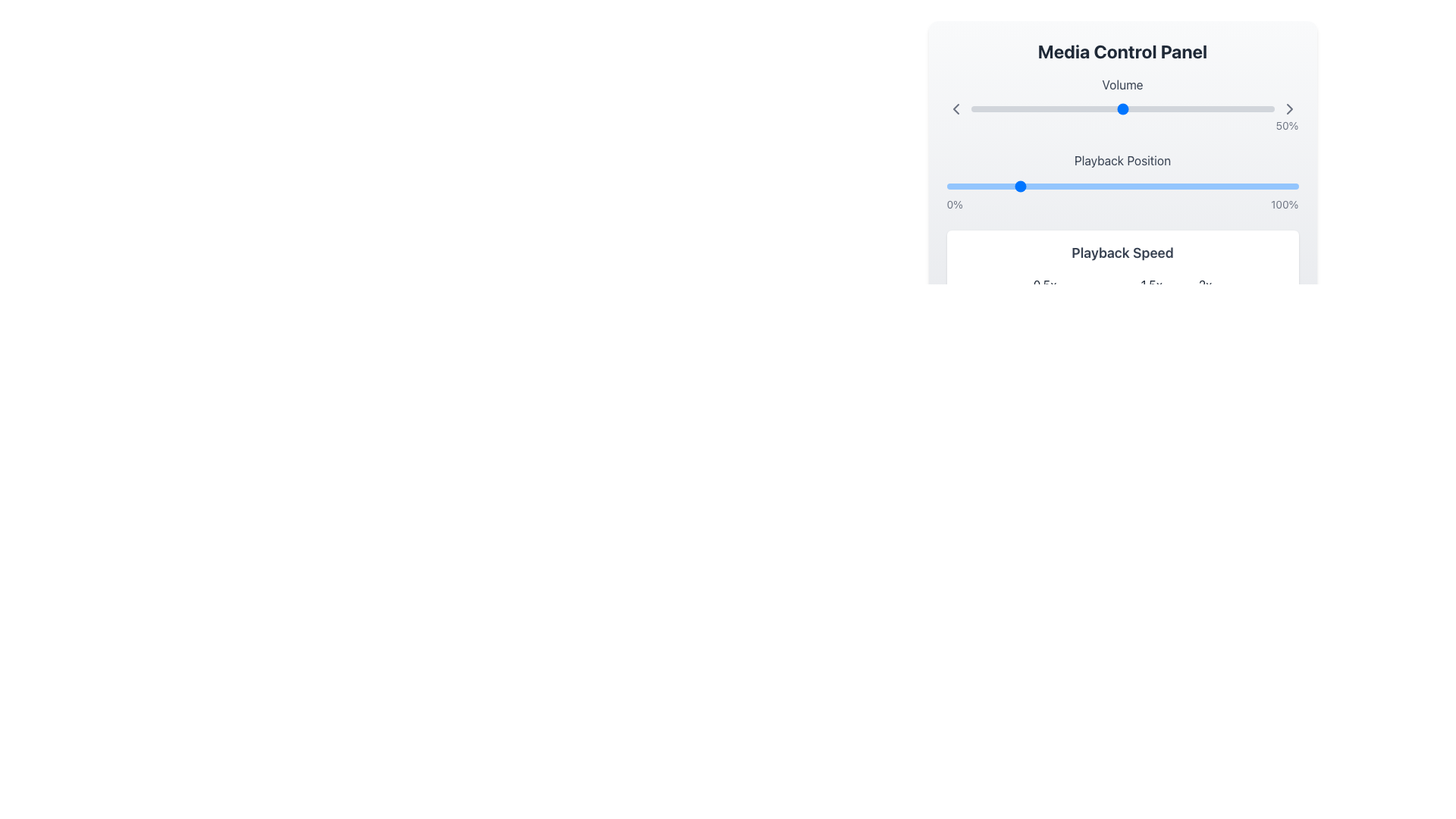 This screenshot has height=819, width=1456. I want to click on the left-side navigation icon that decreases a value or navigates to a previous state, so click(955, 108).